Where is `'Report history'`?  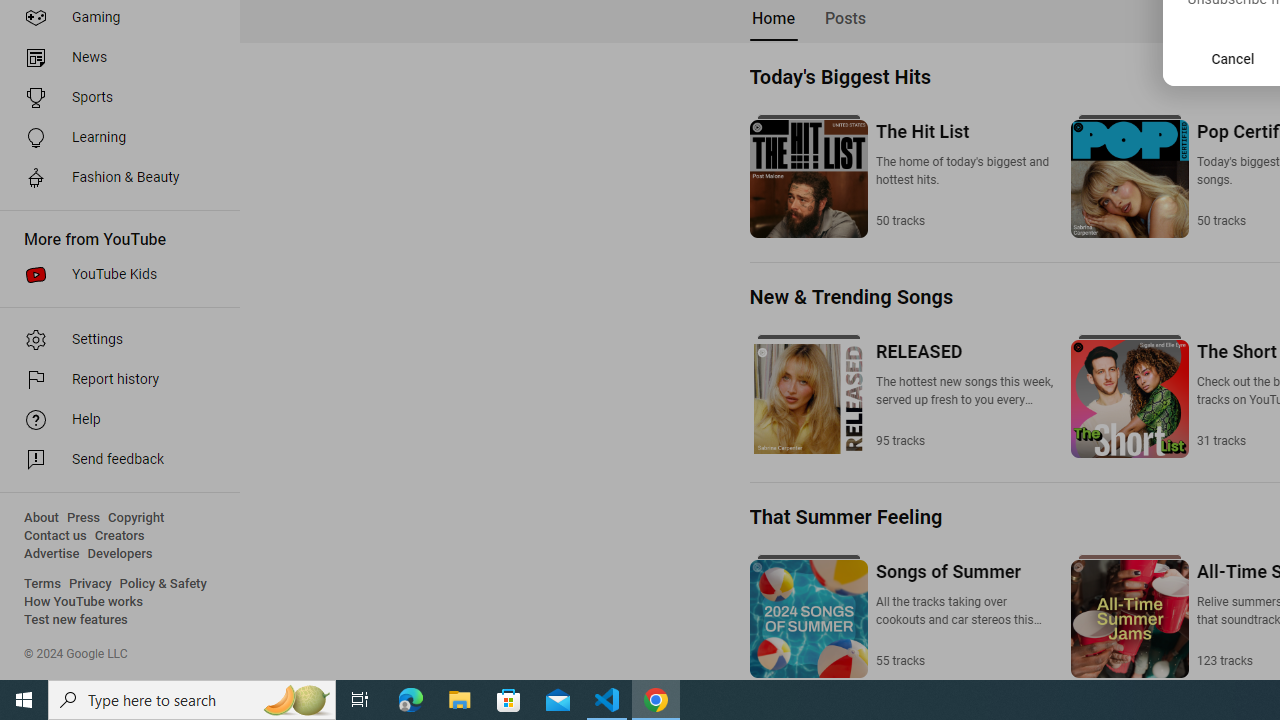 'Report history' is located at coordinates (112, 380).